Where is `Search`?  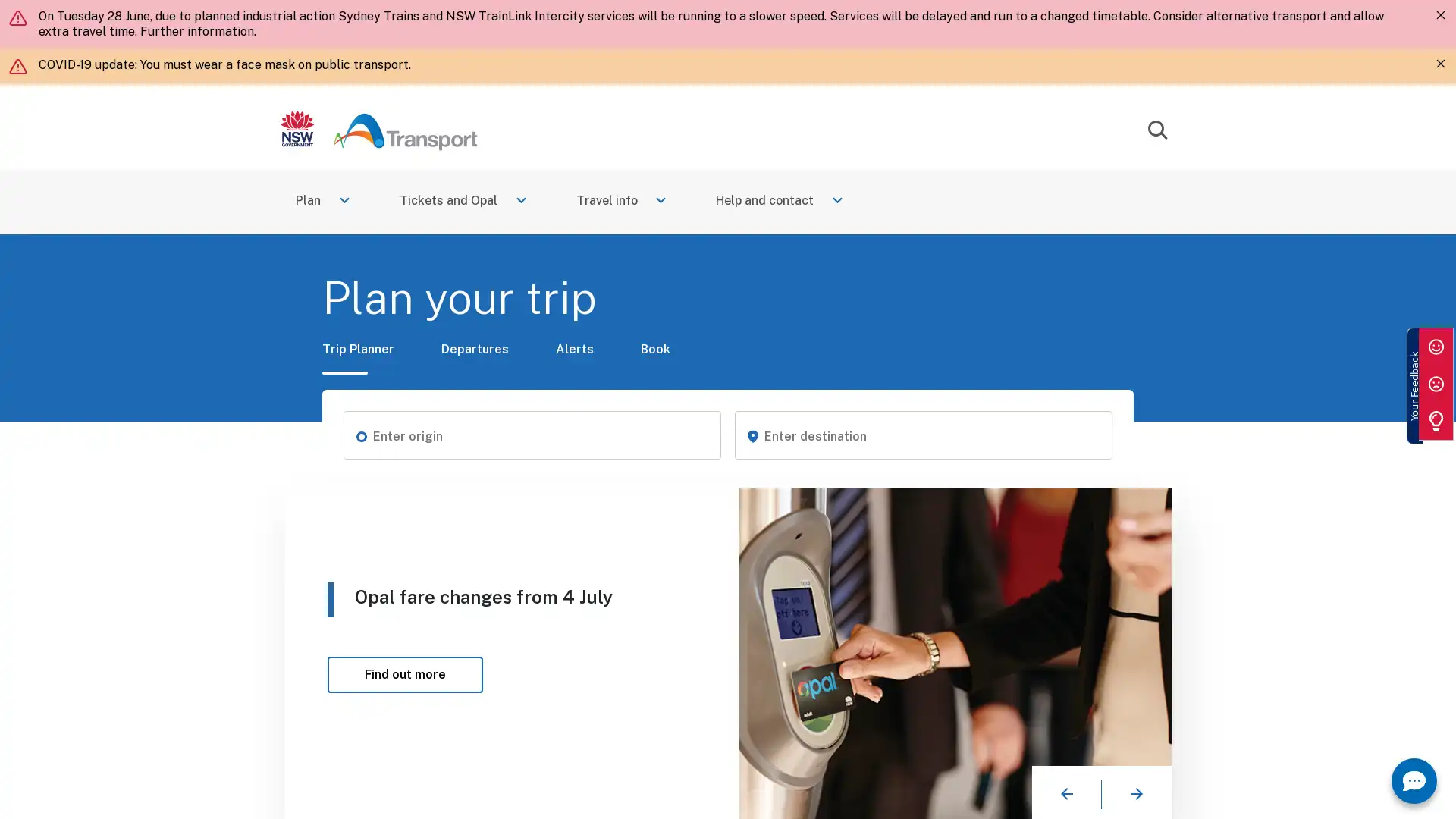
Search is located at coordinates (1156, 130).